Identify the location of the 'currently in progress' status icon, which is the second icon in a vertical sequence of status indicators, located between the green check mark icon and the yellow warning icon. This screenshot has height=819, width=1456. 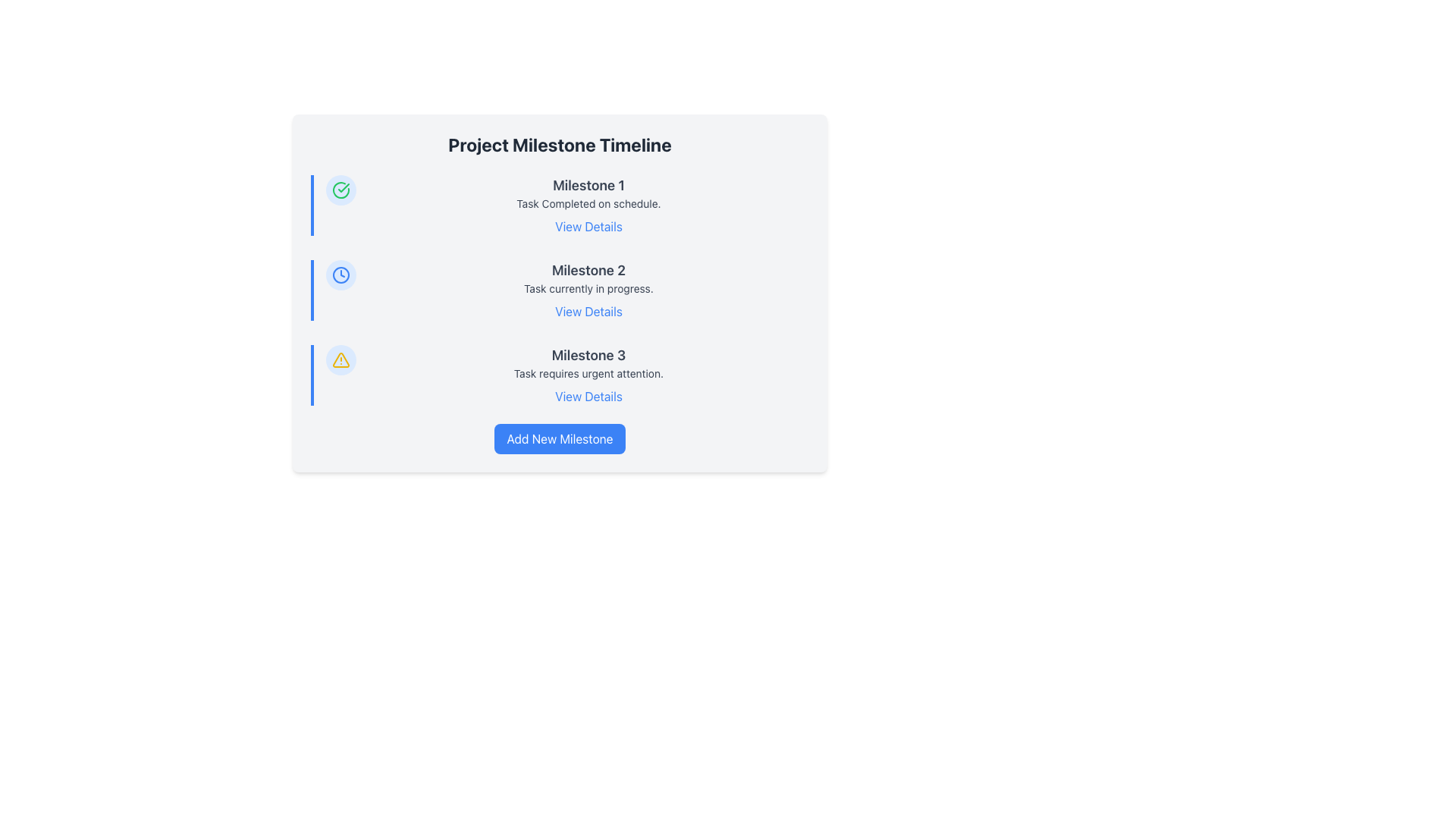
(340, 275).